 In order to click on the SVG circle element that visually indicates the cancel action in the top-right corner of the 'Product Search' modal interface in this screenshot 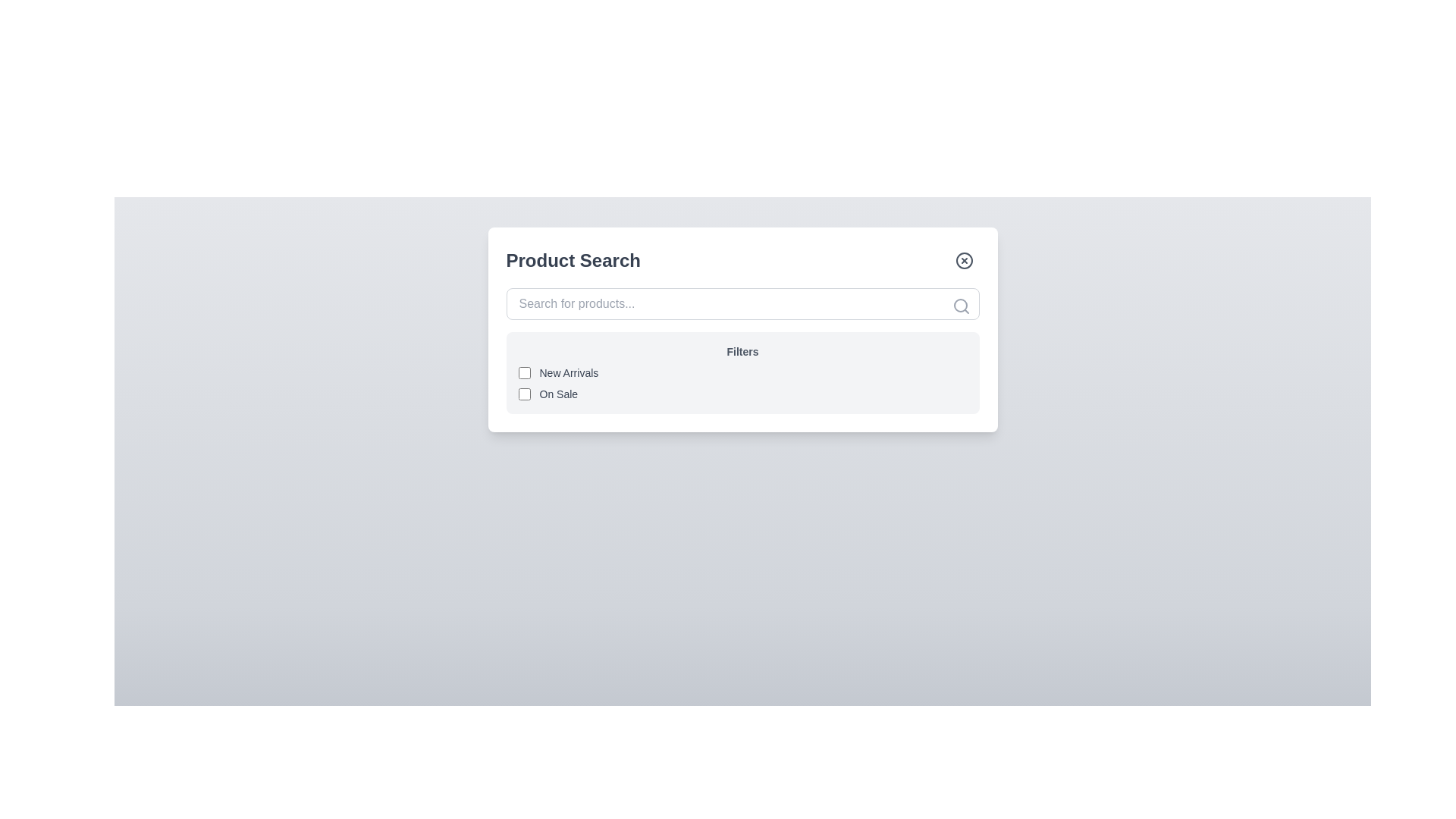, I will do `click(963, 259)`.